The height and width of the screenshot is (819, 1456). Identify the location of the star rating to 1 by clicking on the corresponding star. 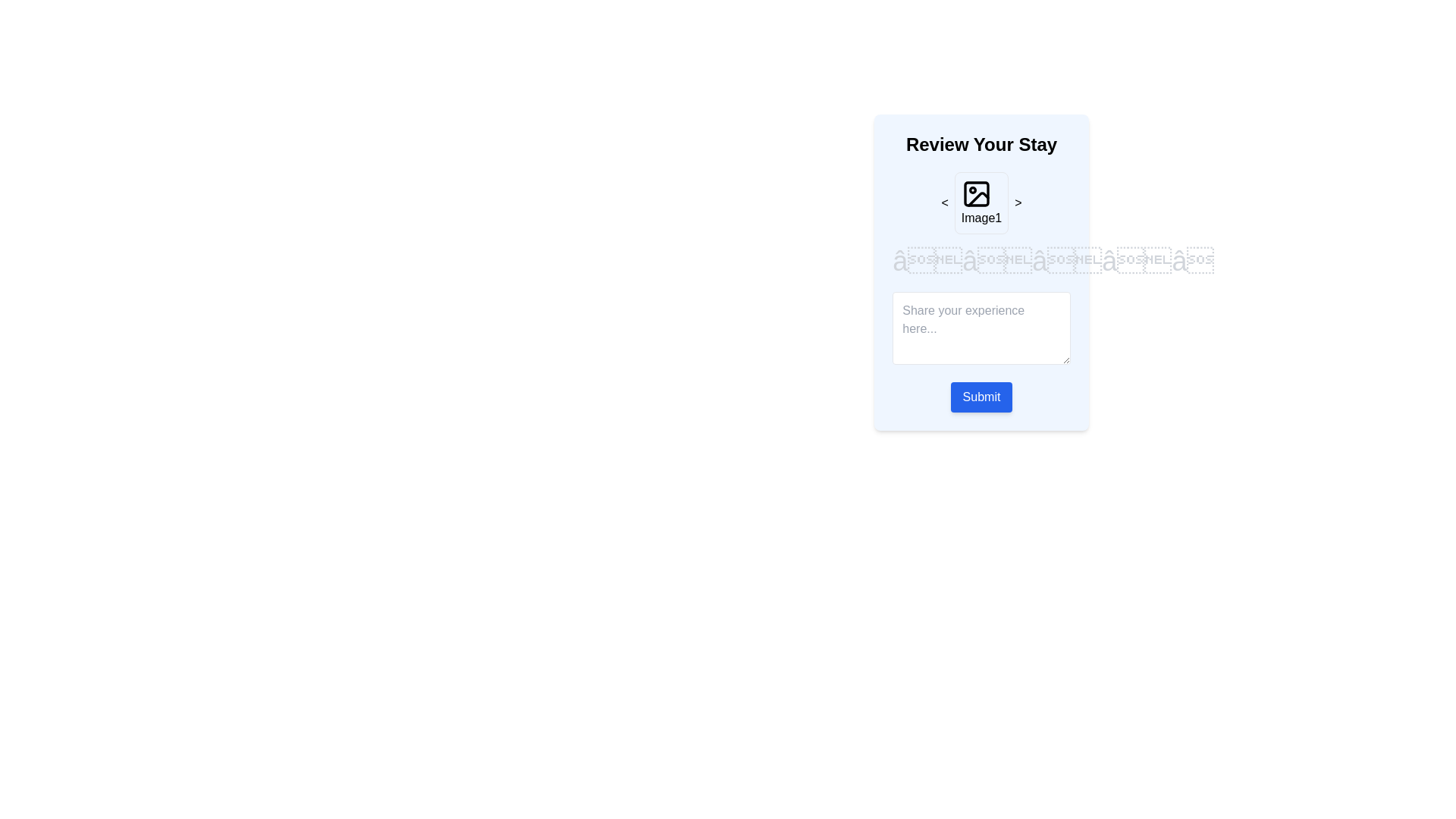
(927, 260).